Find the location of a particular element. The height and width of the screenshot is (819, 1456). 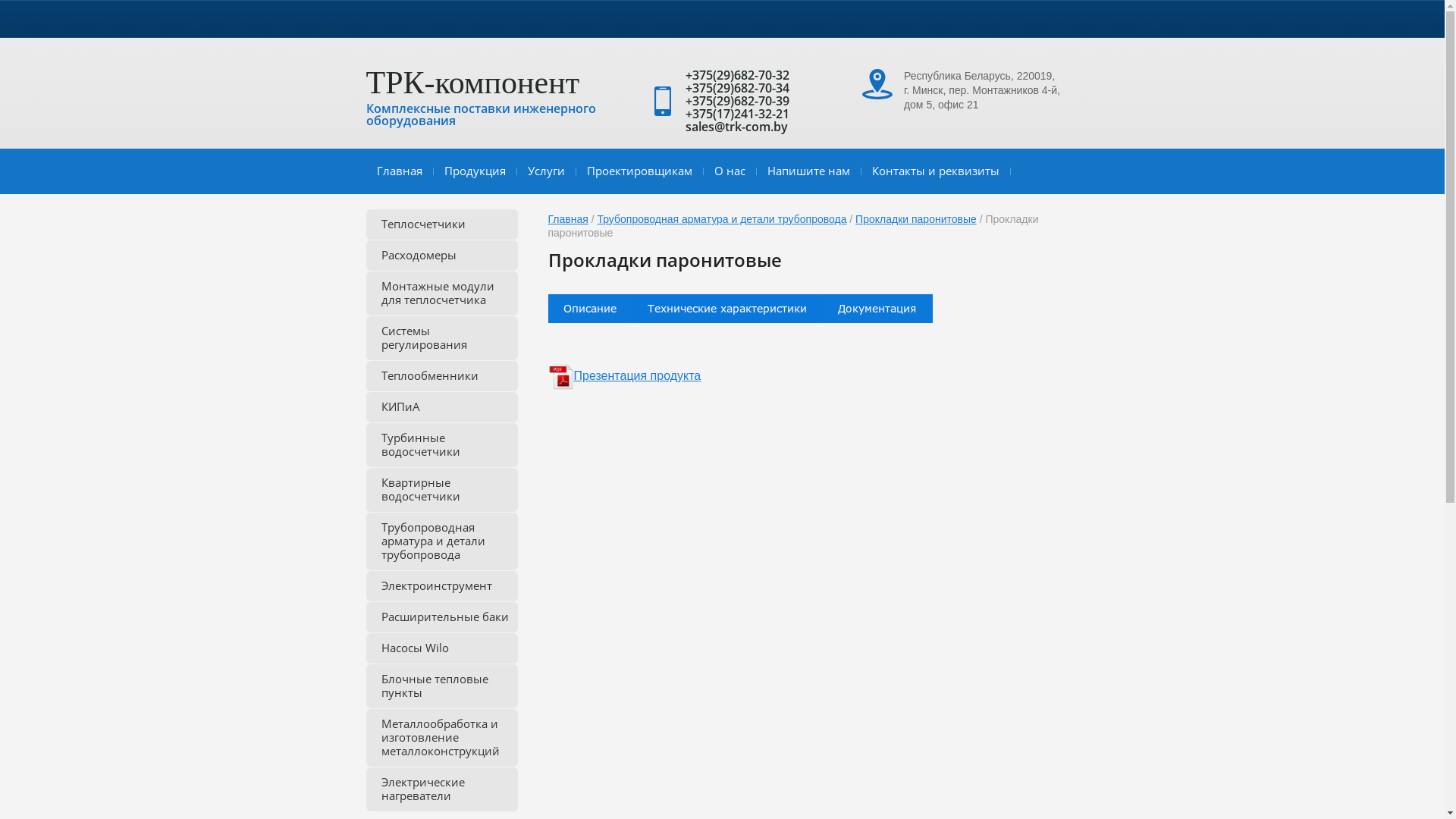

'+375(29)682-70-32' is located at coordinates (737, 75).